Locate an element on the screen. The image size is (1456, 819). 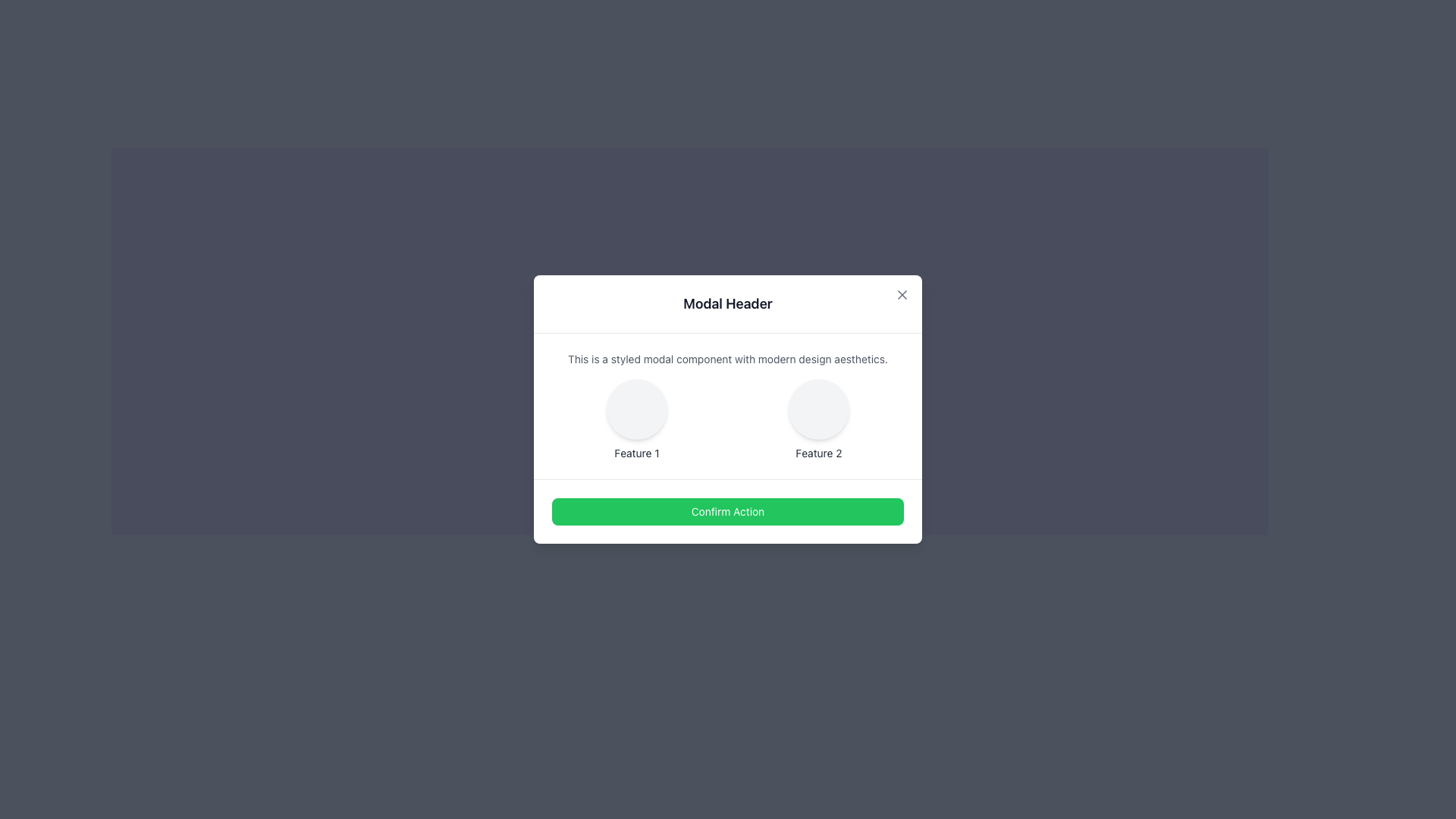
the modal header, which is a rectangular bar at the top of the modal dialog box with the label 'Modal Header' in large, bold black font is located at coordinates (728, 304).